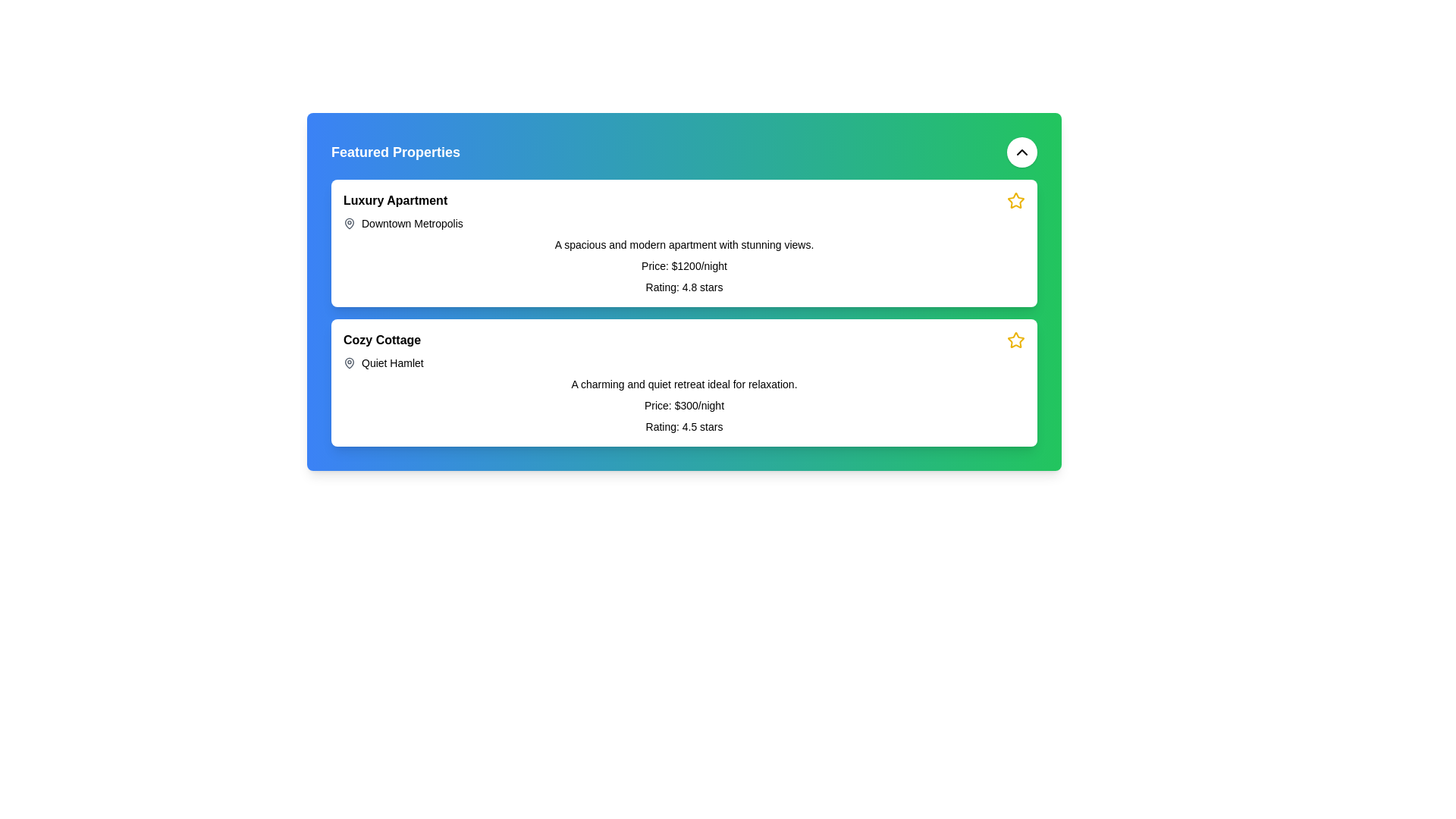 This screenshot has height=819, width=1456. What do you see at coordinates (348, 362) in the screenshot?
I see `the icon indicating the geographic reference for the property 'Cozy Cottage' located in the second card of the property list, next to the header 'Cozy Cottage' and to the left of the subtext 'Quiet Hamlet'` at bounding box center [348, 362].